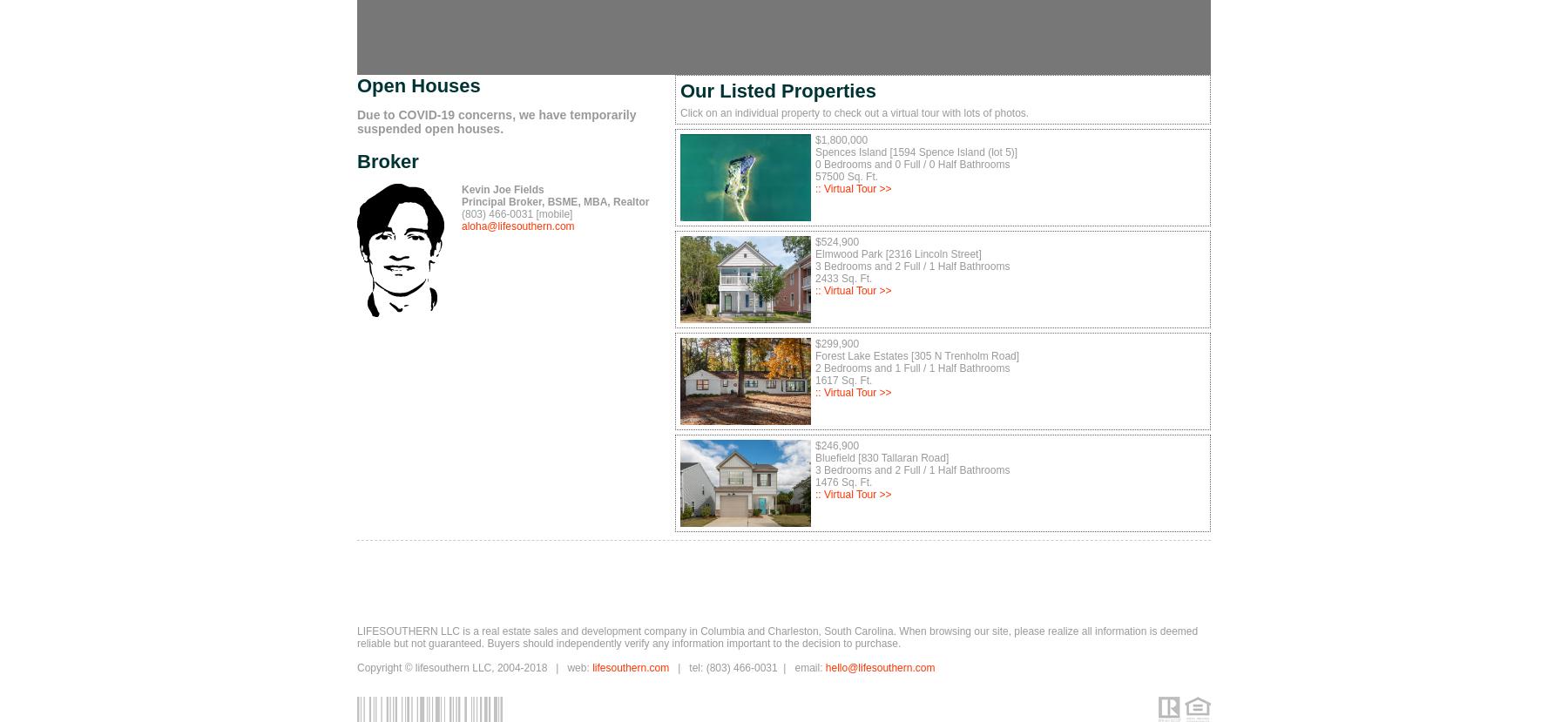 The image size is (1568, 722). Describe the element at coordinates (629, 667) in the screenshot. I see `'lifesouthern.com'` at that location.